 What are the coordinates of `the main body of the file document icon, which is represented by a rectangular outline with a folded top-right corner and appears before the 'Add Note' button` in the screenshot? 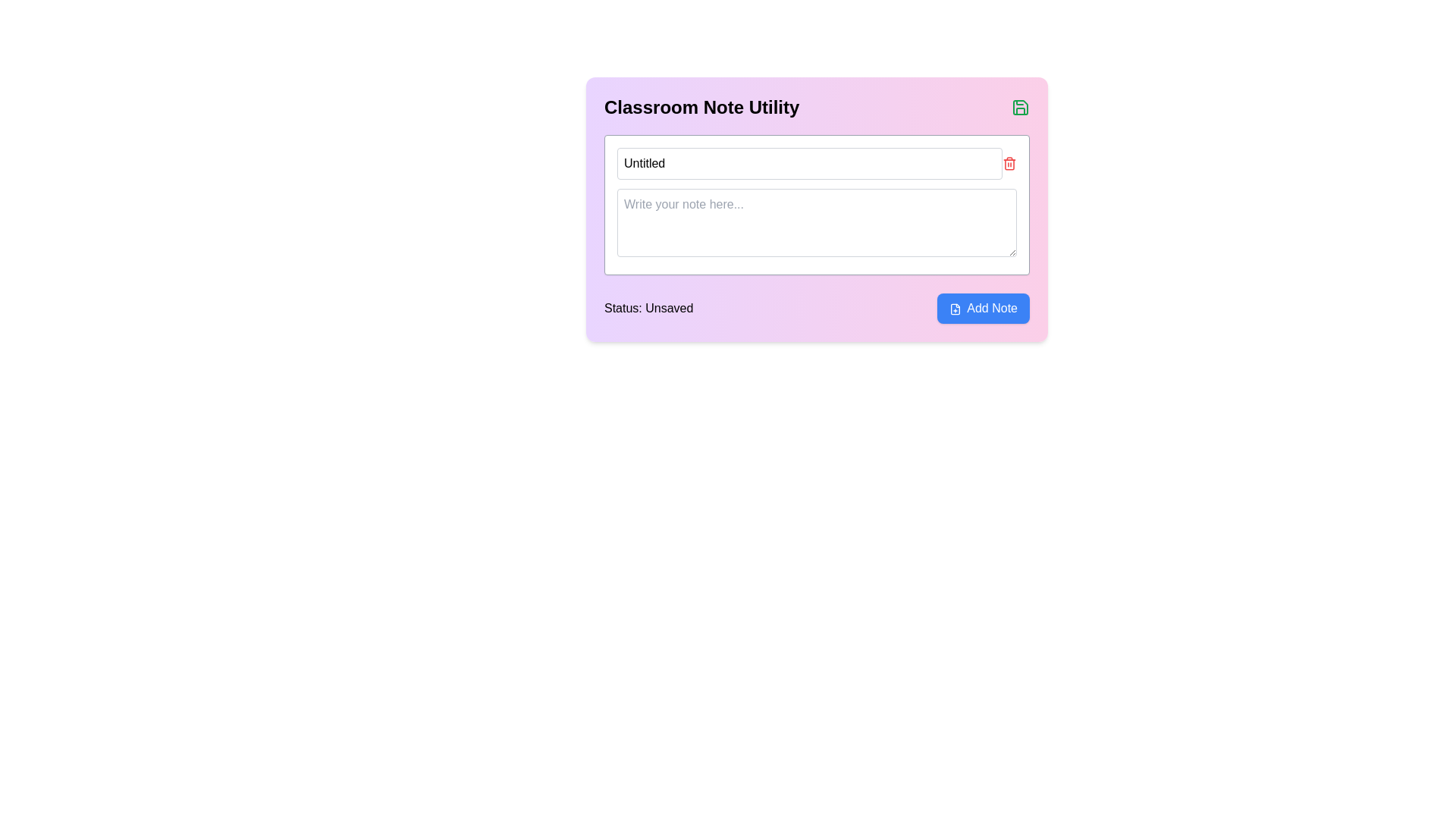 It's located at (954, 308).